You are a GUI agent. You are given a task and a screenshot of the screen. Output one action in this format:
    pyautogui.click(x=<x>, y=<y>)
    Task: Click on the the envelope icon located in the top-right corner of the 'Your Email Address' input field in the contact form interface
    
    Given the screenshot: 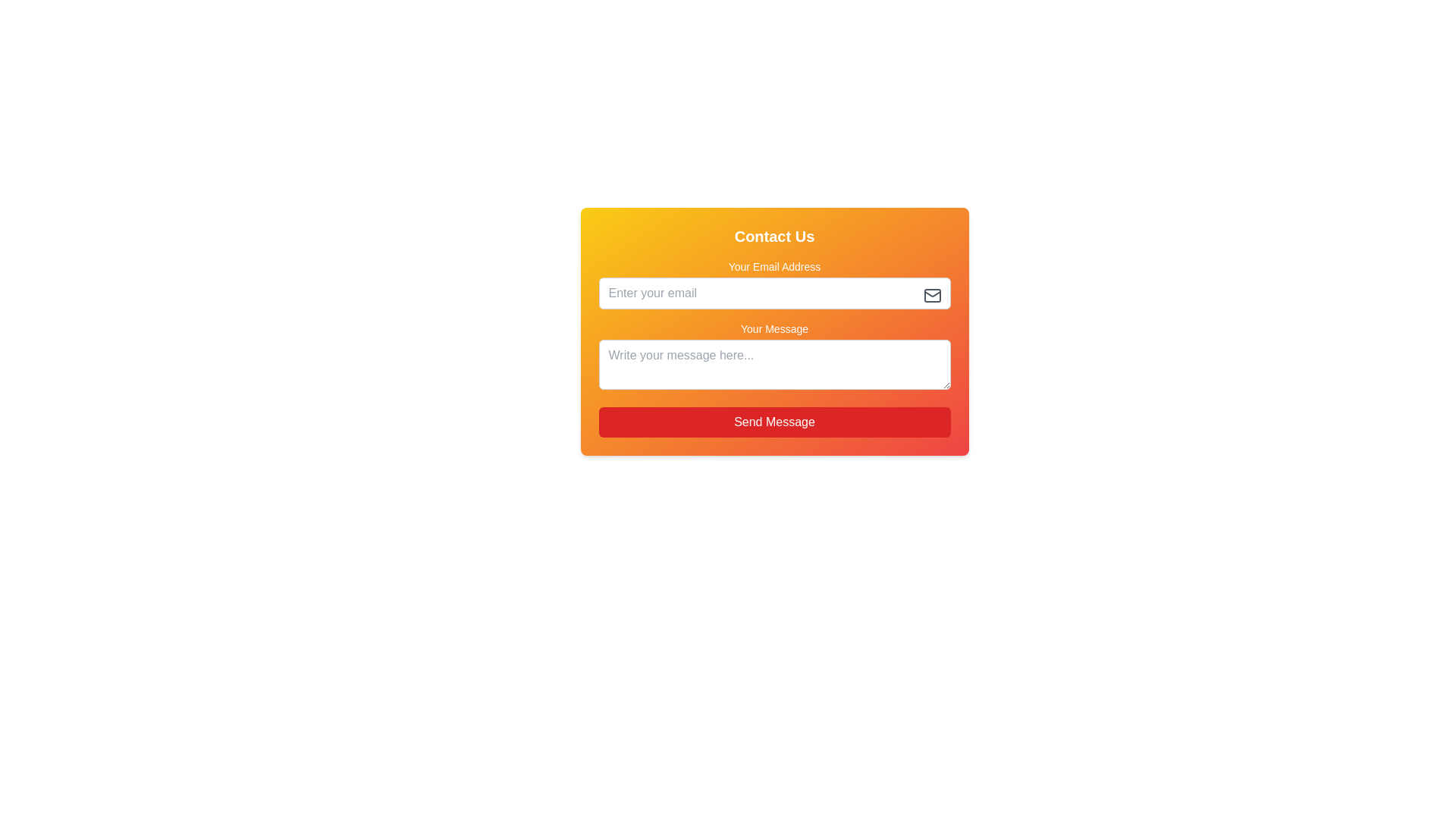 What is the action you would take?
    pyautogui.click(x=931, y=295)
    